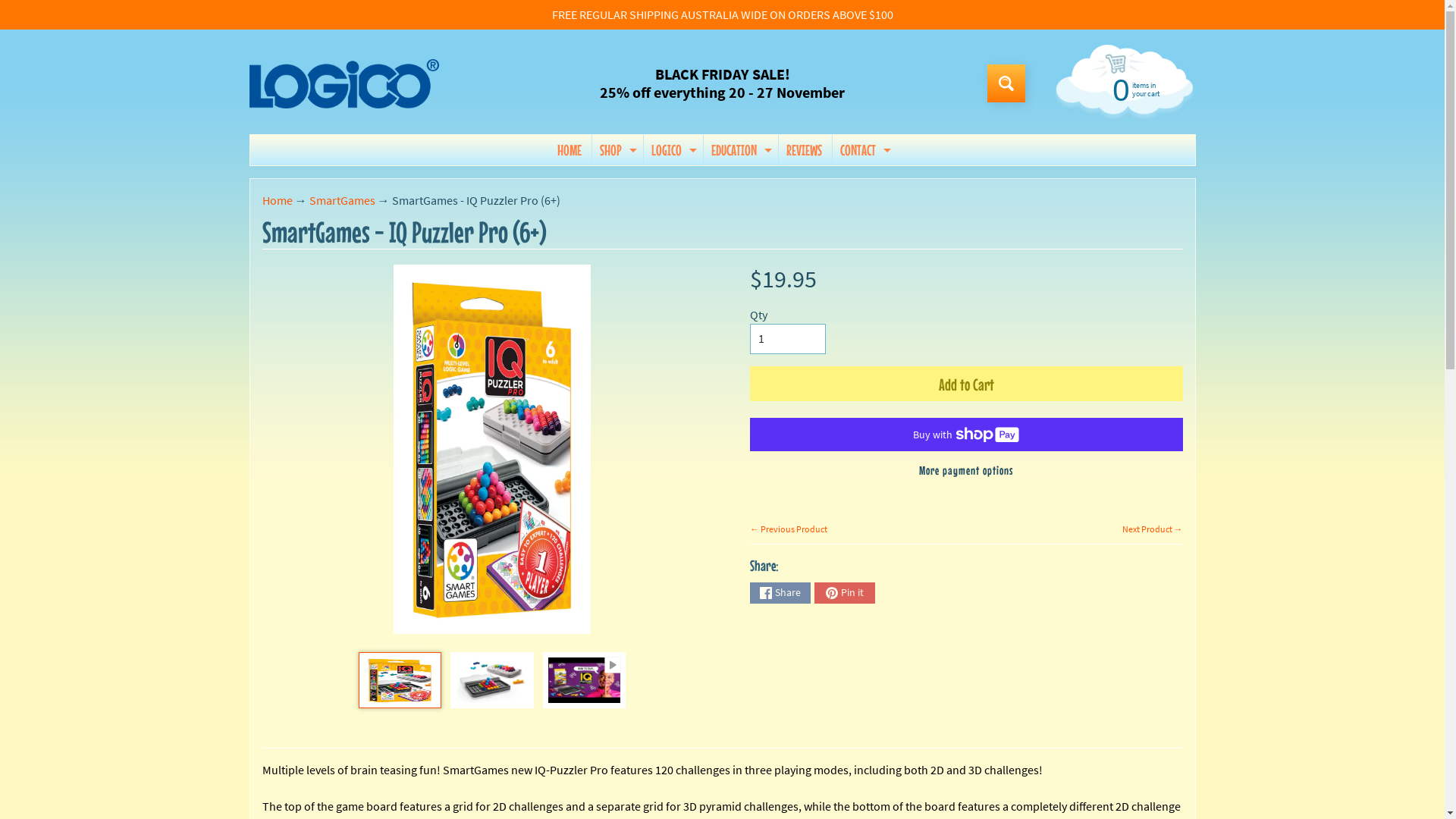  Describe the element at coordinates (644, 149) in the screenshot. I see `'LOGICO` at that location.